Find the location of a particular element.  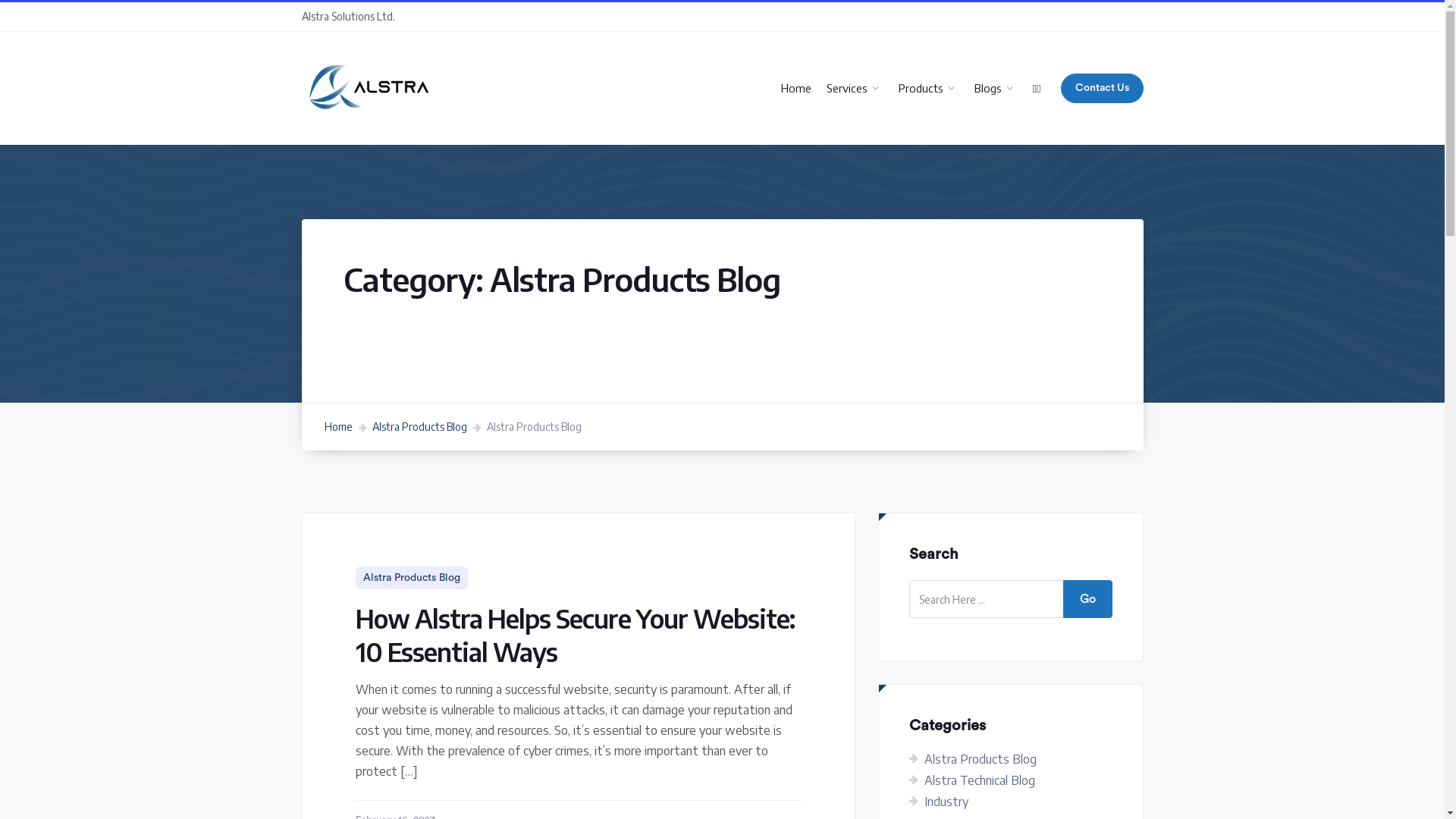

'Go' is located at coordinates (1087, 598).